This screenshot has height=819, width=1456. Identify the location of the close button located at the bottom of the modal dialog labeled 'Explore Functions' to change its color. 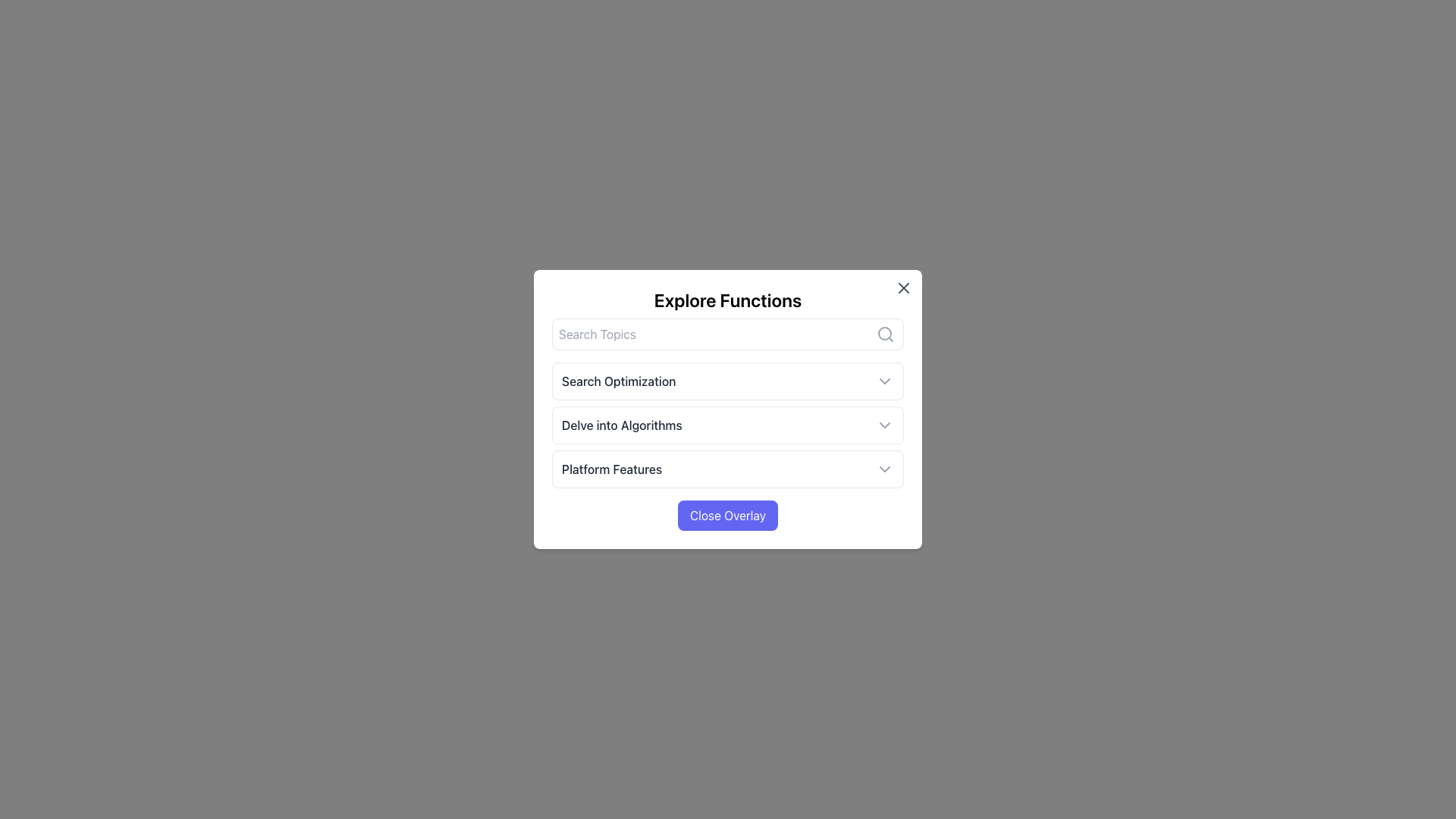
(728, 514).